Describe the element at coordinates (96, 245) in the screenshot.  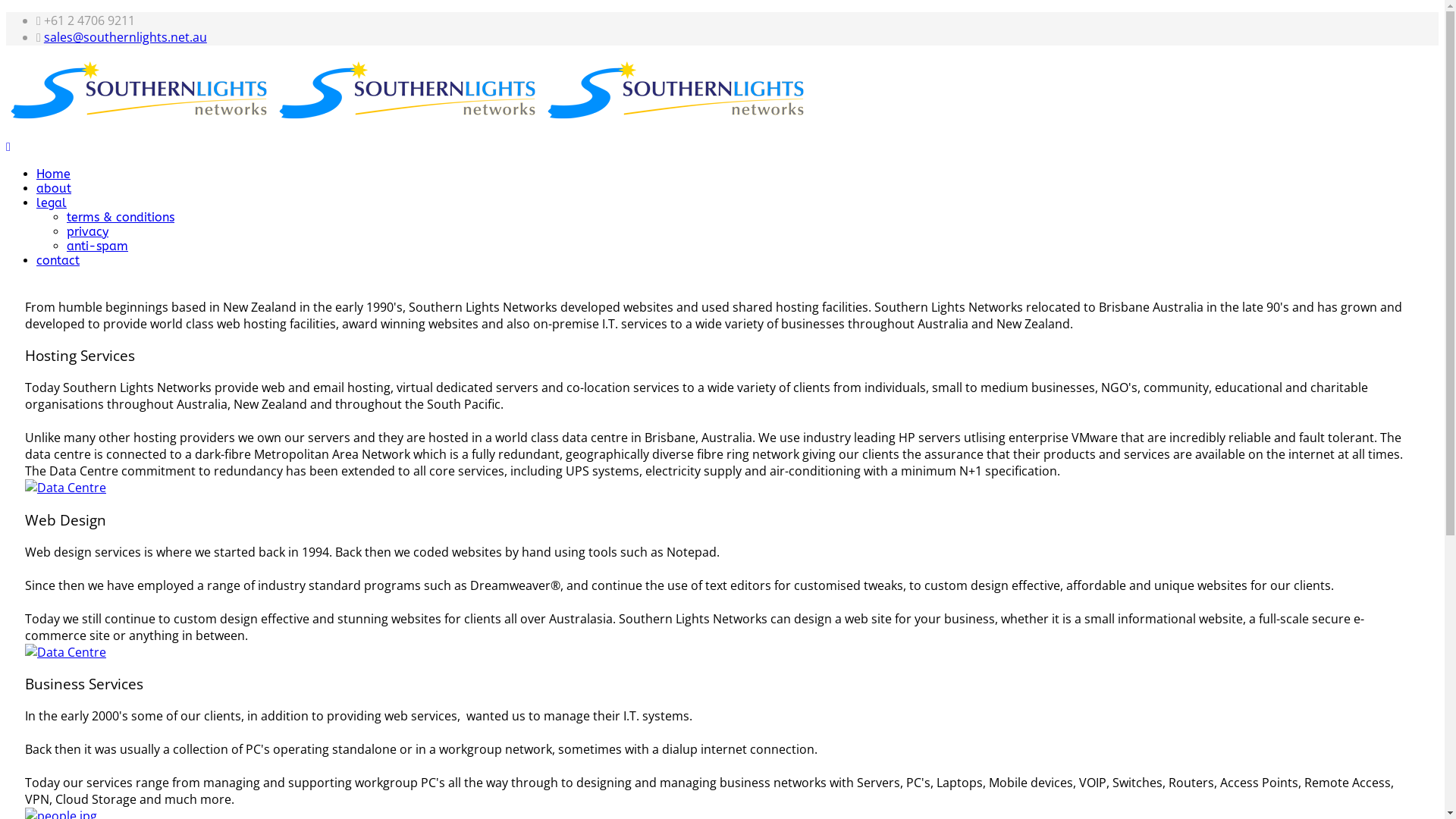
I see `'anti-spam'` at that location.